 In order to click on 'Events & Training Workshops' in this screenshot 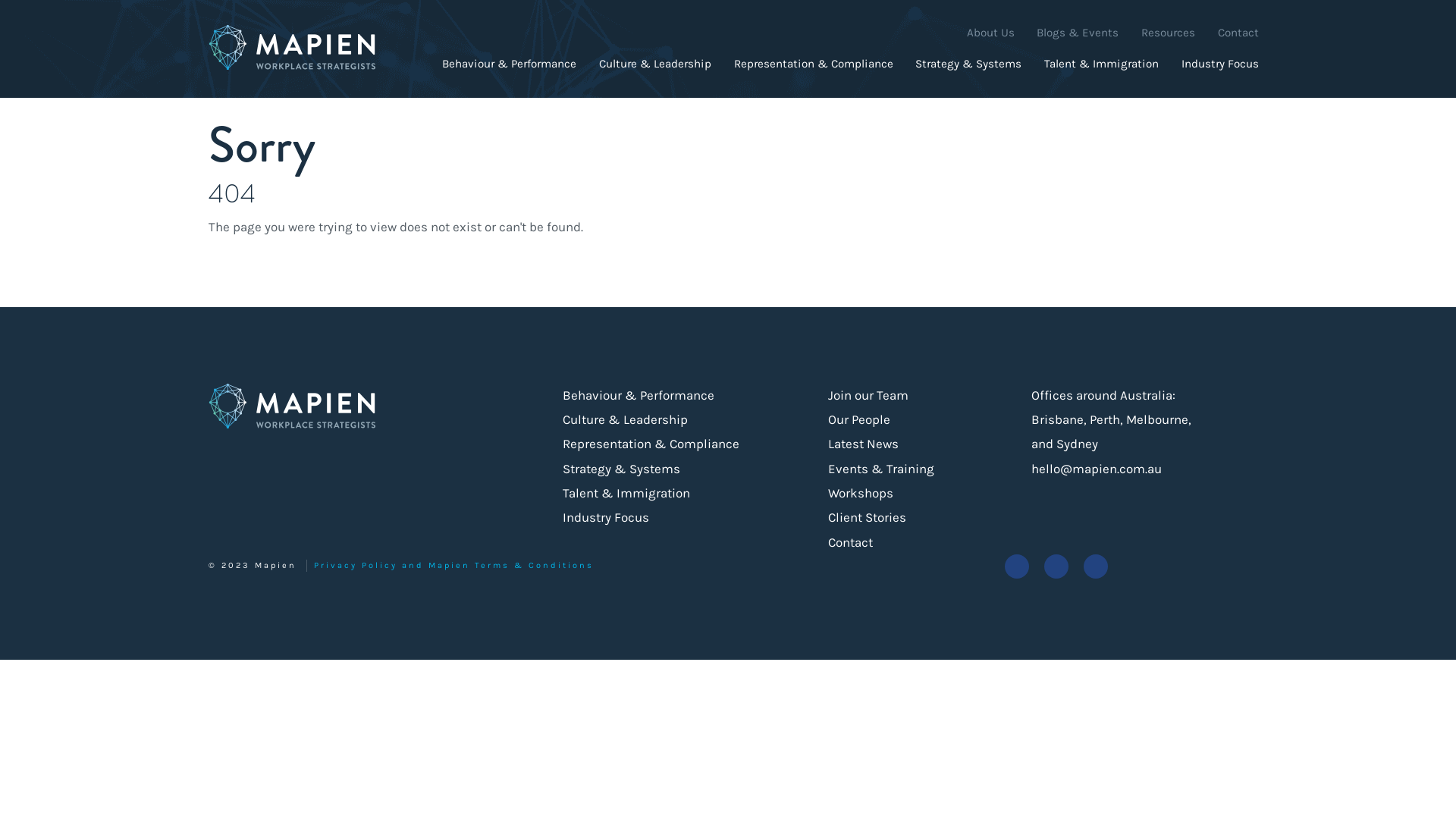, I will do `click(827, 481)`.